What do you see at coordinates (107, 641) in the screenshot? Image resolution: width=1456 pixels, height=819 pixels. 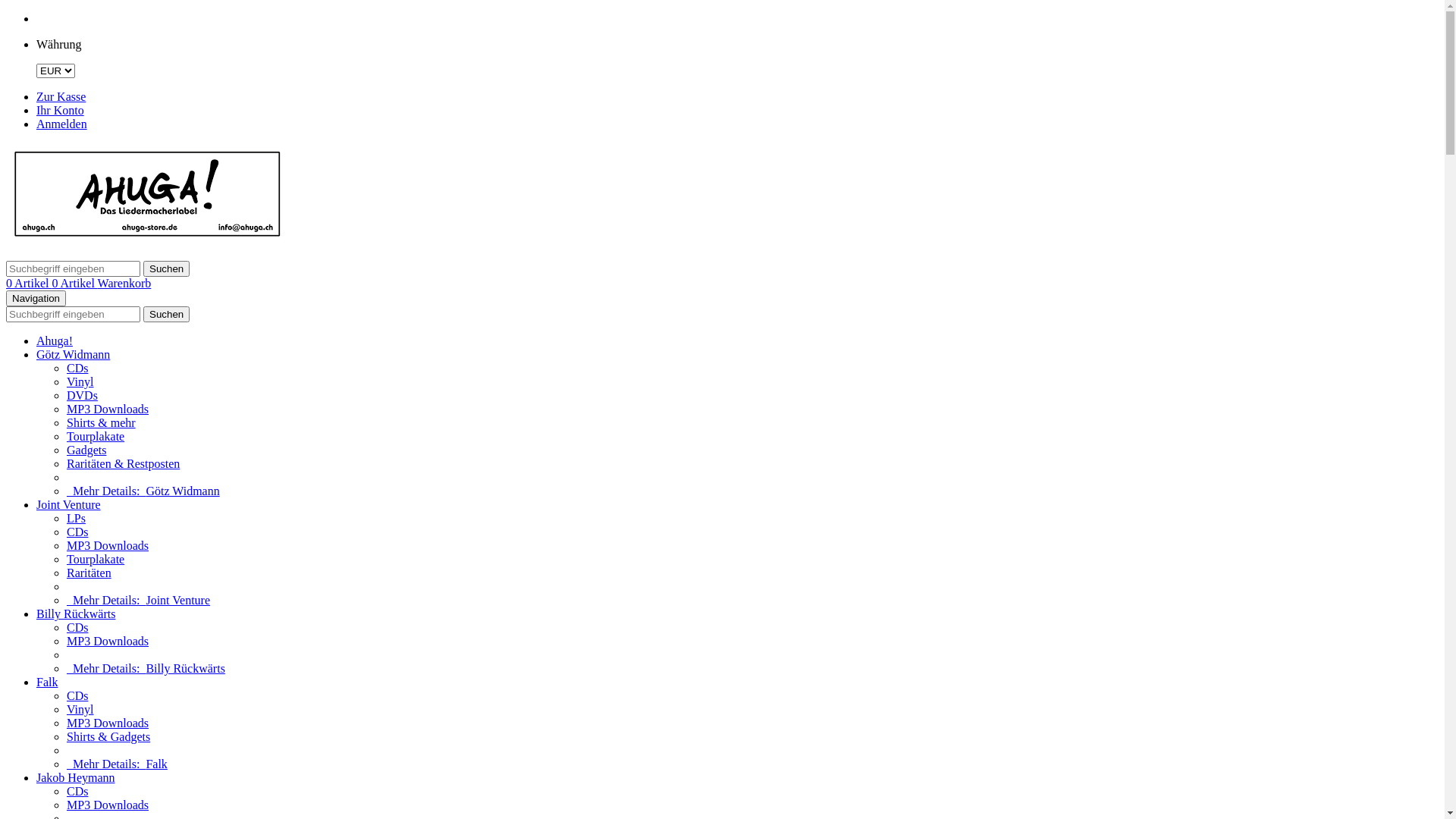 I see `'MP3 Downloads'` at bounding box center [107, 641].